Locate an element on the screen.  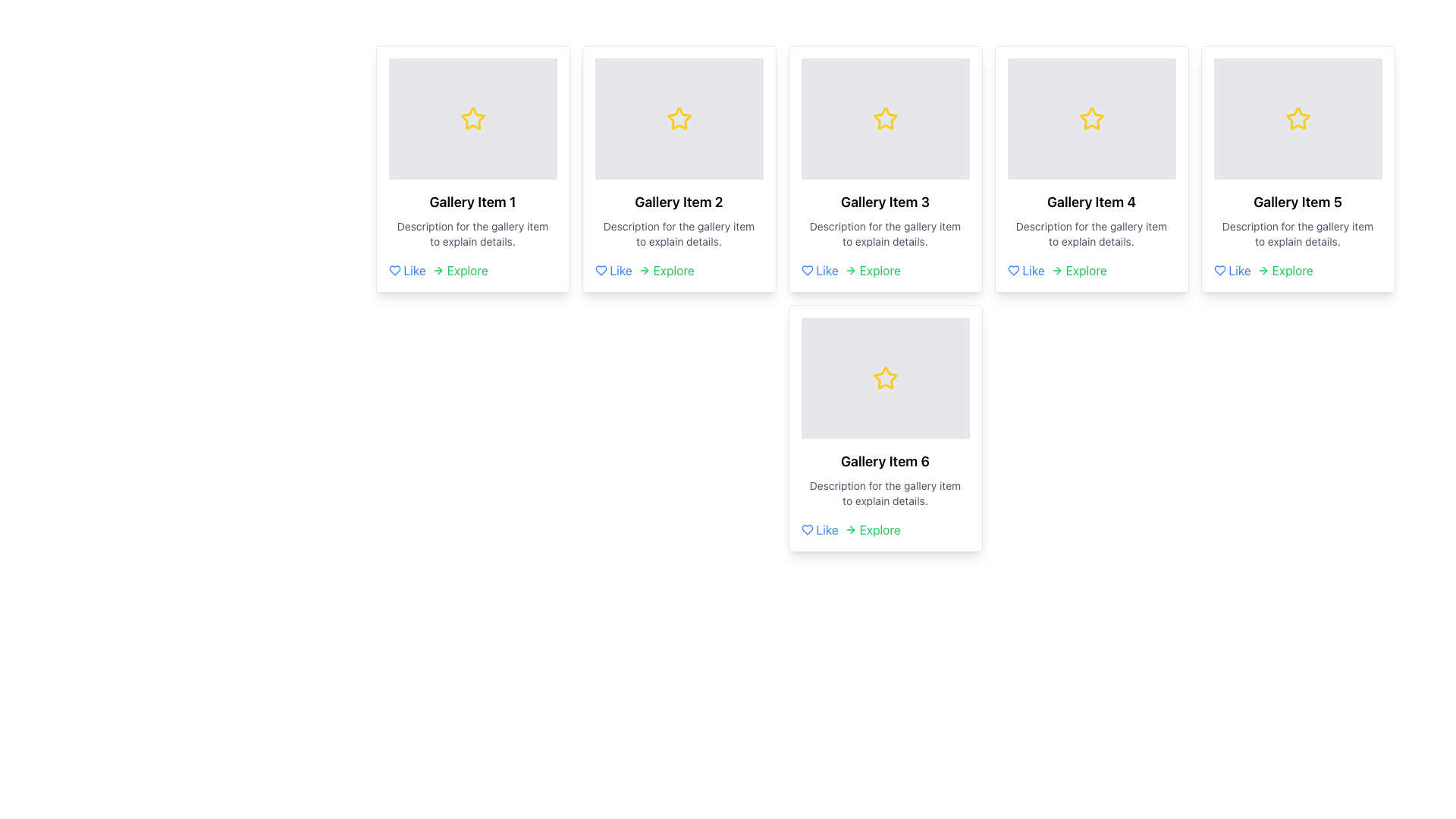
the bright yellow star icon with a hollow center located in the greyed-out preview area of the card titled 'Gallery Item 5' is located at coordinates (1297, 118).